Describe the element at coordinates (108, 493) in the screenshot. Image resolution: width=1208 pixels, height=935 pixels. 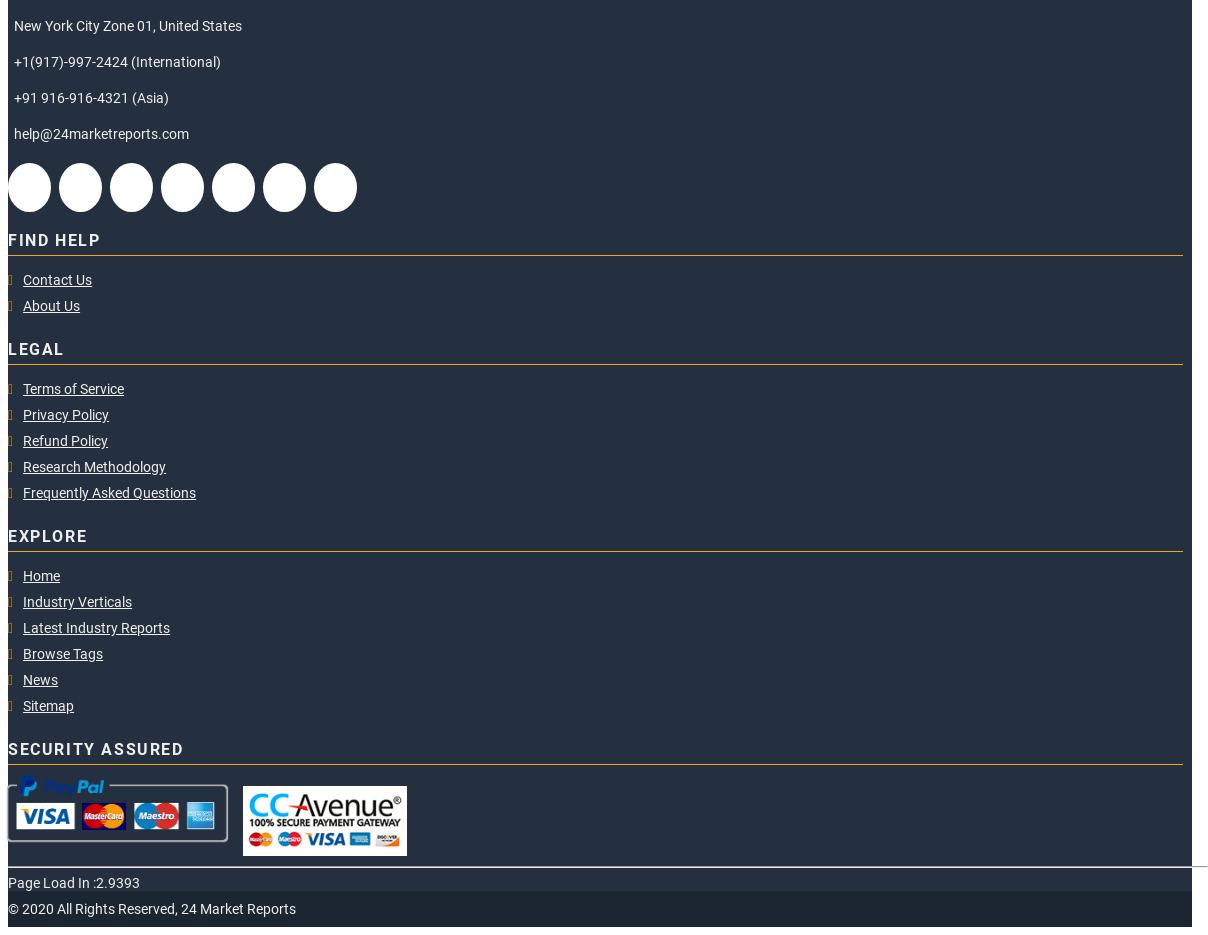
I see `'Frequently Asked Questions'` at that location.